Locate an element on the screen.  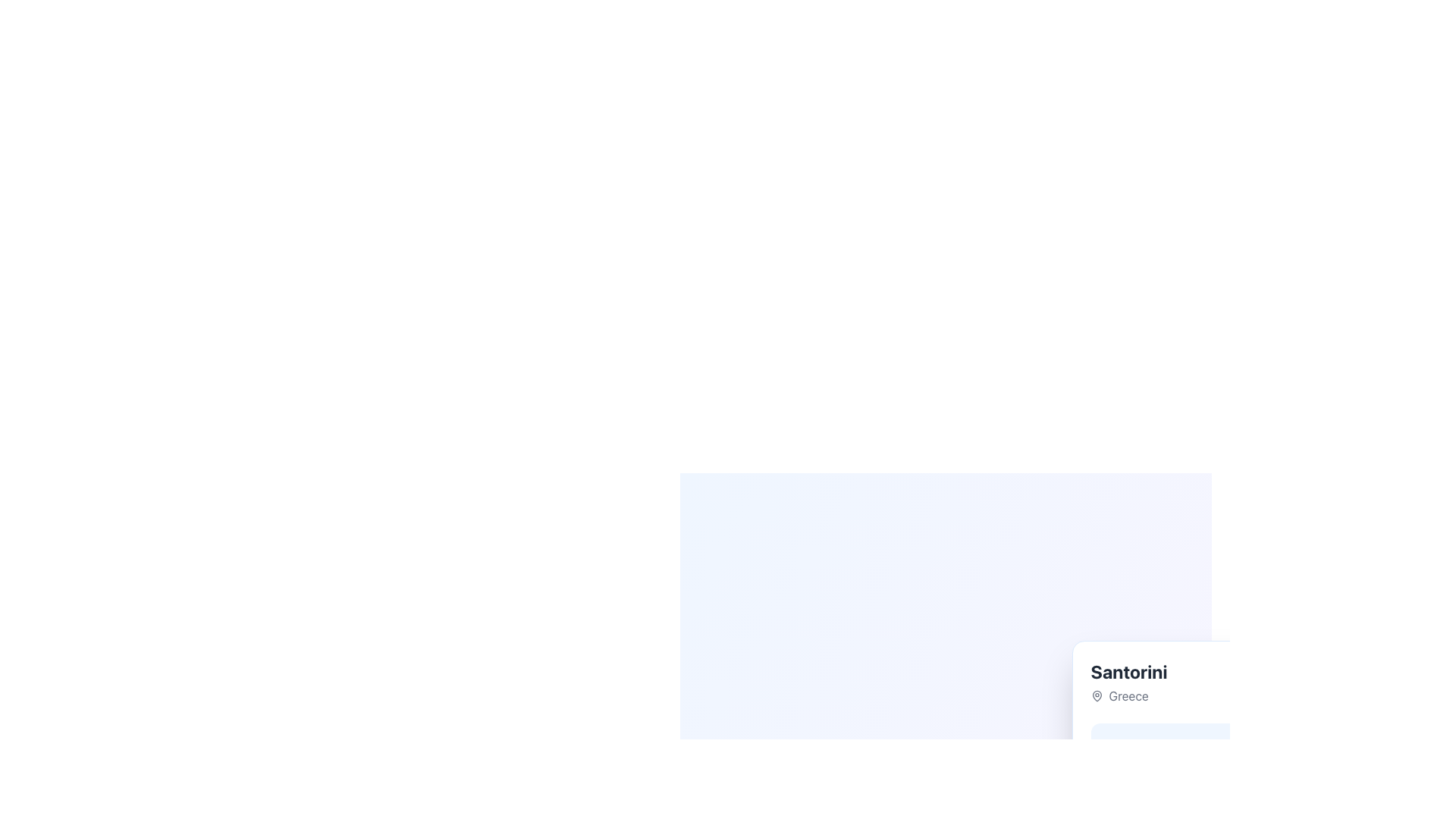
text of the label located directly under the title 'Santorini', horizontally aligned with a map pin icon is located at coordinates (1128, 696).